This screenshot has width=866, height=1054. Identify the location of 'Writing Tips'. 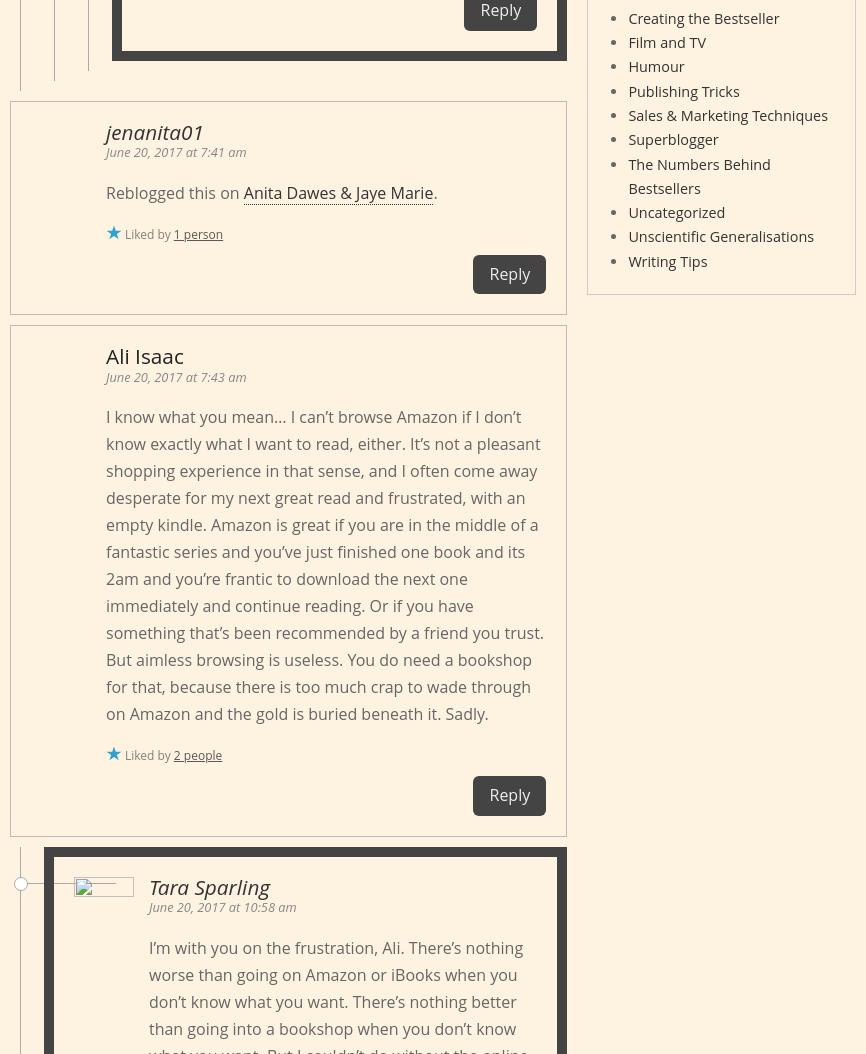
(666, 260).